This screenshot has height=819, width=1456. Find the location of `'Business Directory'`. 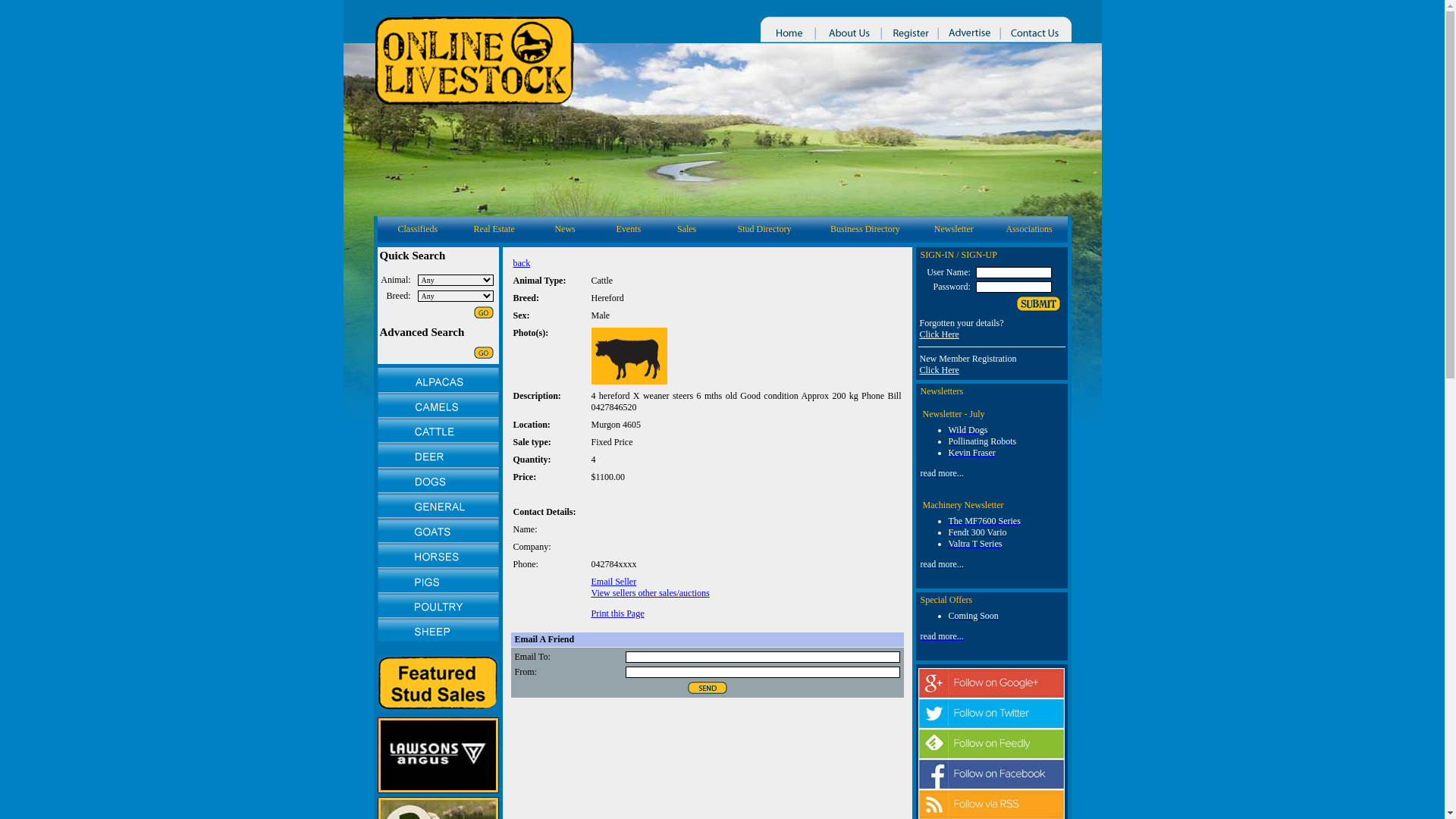

'Business Directory' is located at coordinates (829, 228).